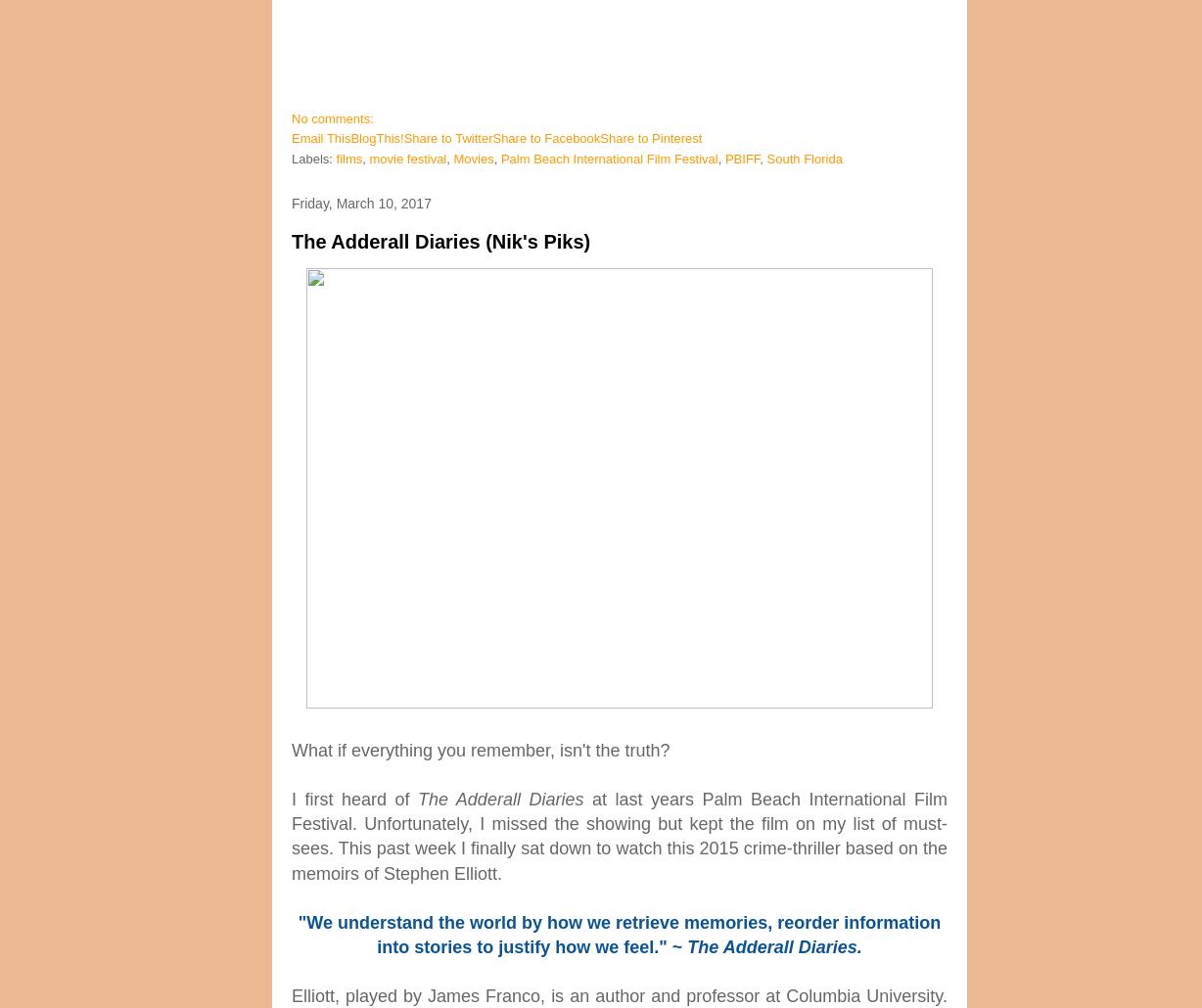 This screenshot has height=1008, width=1202. What do you see at coordinates (723, 158) in the screenshot?
I see `'PBIFF'` at bounding box center [723, 158].